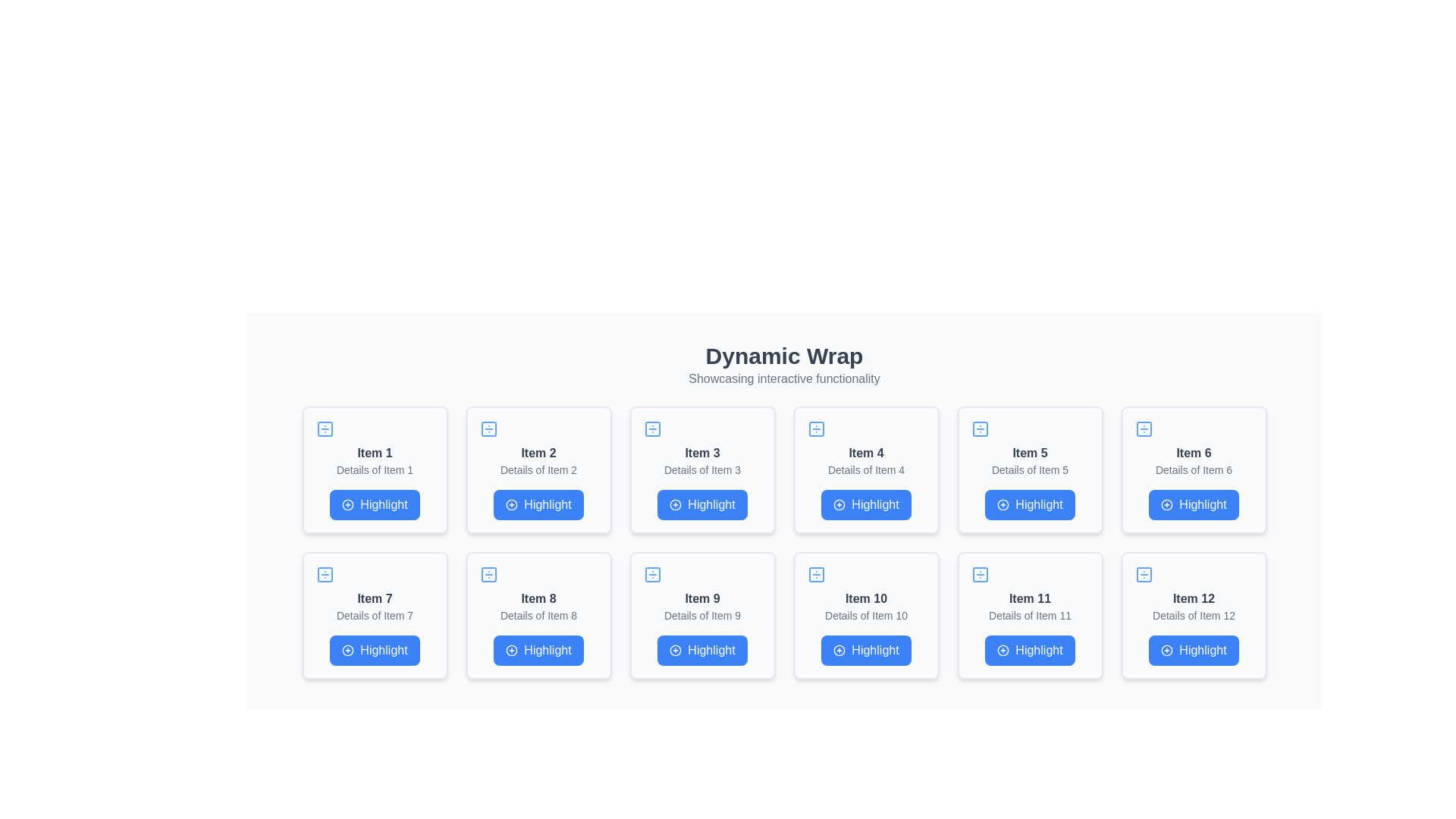 The image size is (1456, 819). Describe the element at coordinates (866, 469) in the screenshot. I see `the text label displaying 'Details of Item 4', which is positioned below the title 'Item 4' and above the blue 'Highlight' button` at that location.